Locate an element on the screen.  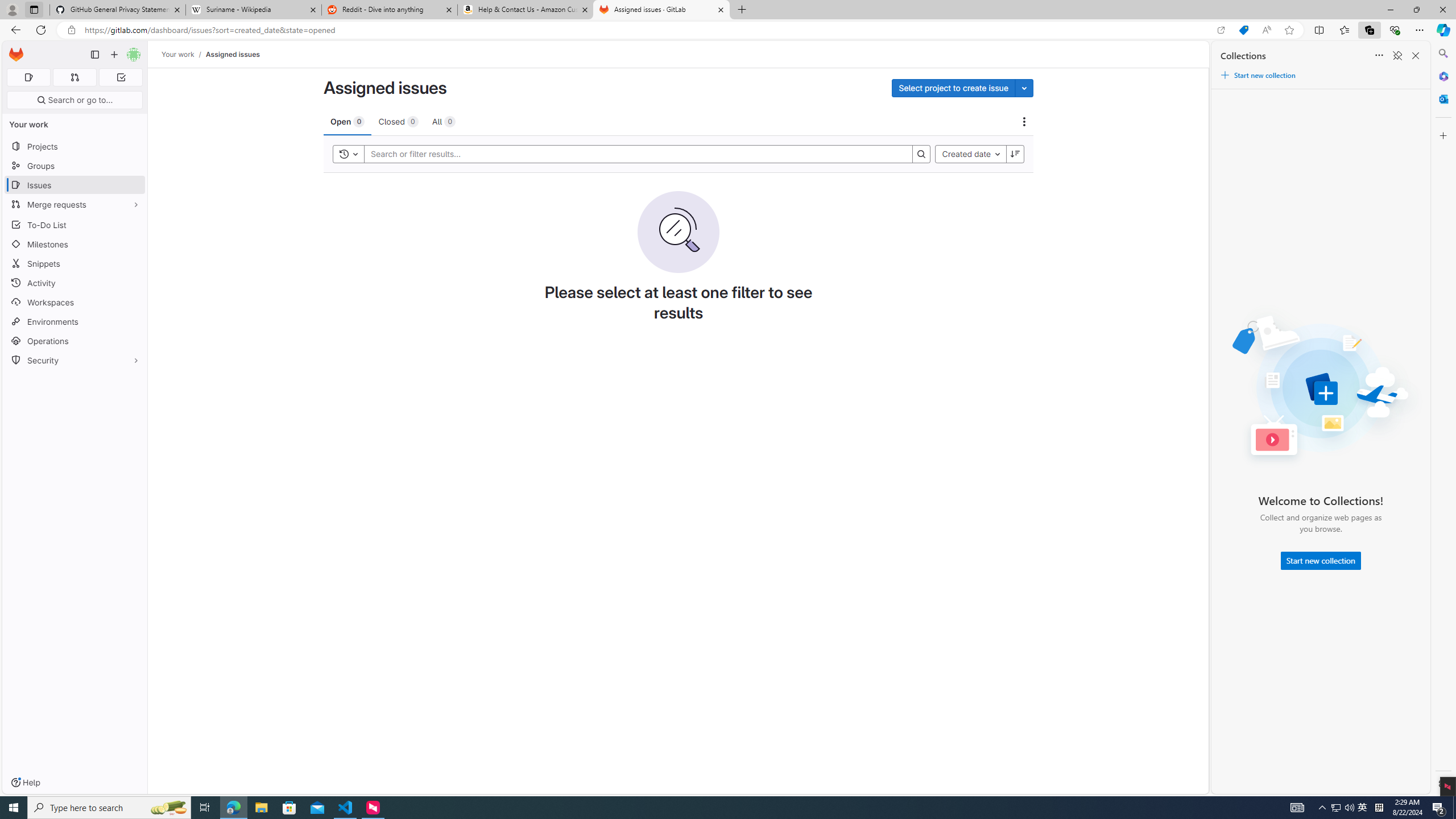
'Activity' is located at coordinates (74, 283).